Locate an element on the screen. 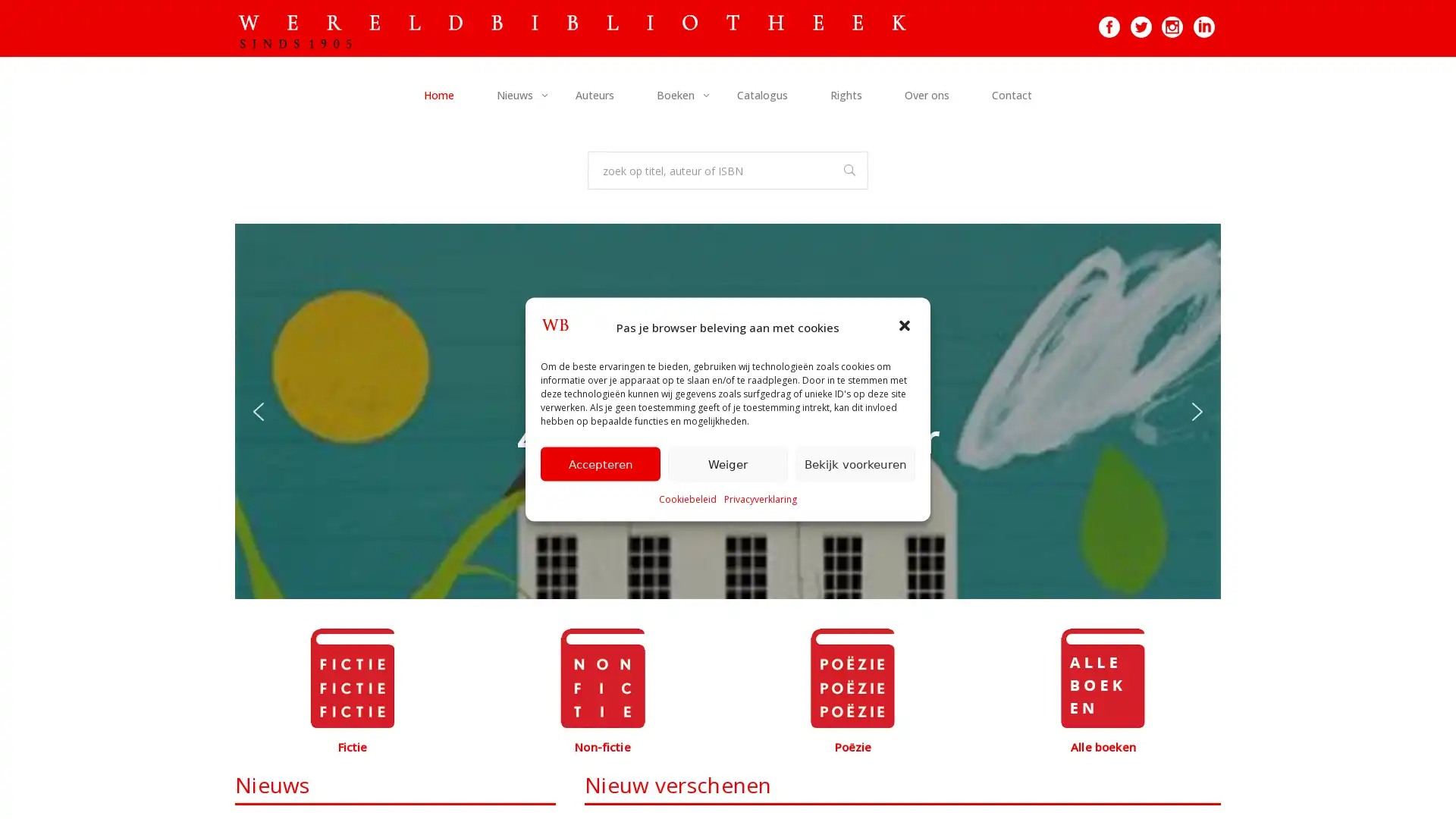 This screenshot has height=819, width=1456. Accepteren is located at coordinates (600, 463).